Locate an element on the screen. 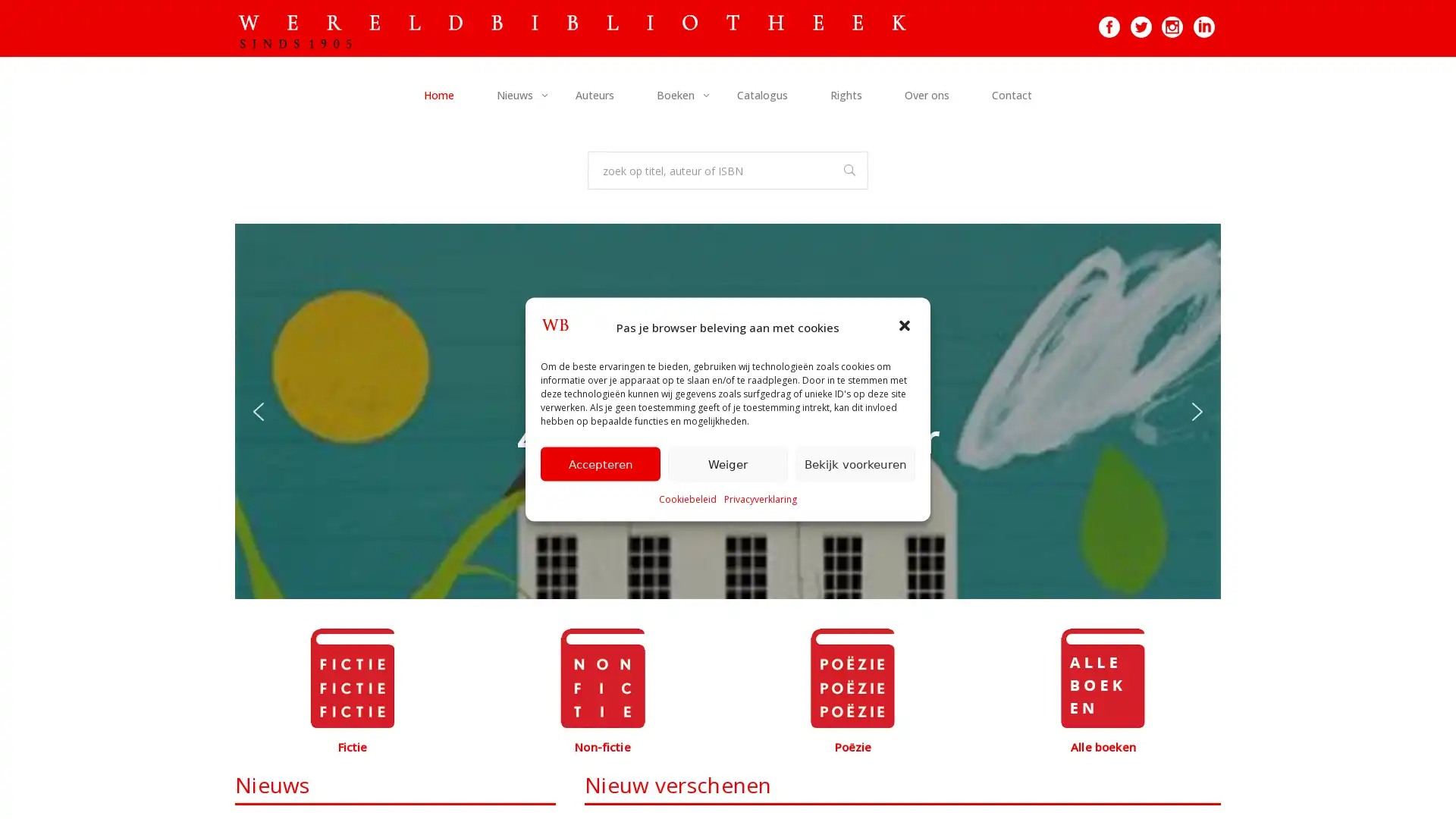 This screenshot has height=819, width=1456. Accepteren is located at coordinates (600, 463).